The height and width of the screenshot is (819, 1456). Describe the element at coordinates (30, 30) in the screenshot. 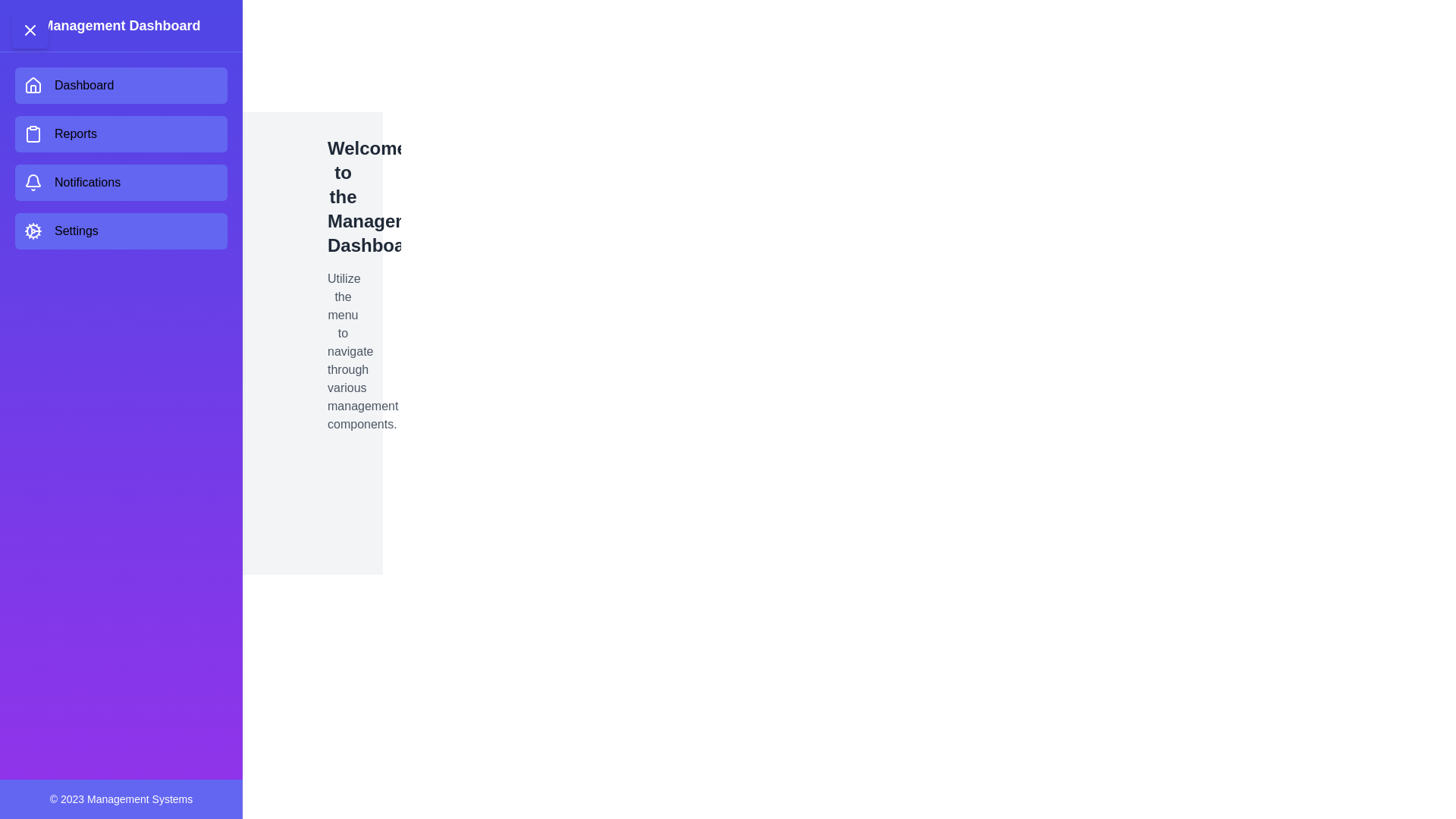

I see `the close button located in the top-left corner of the application layout` at that location.